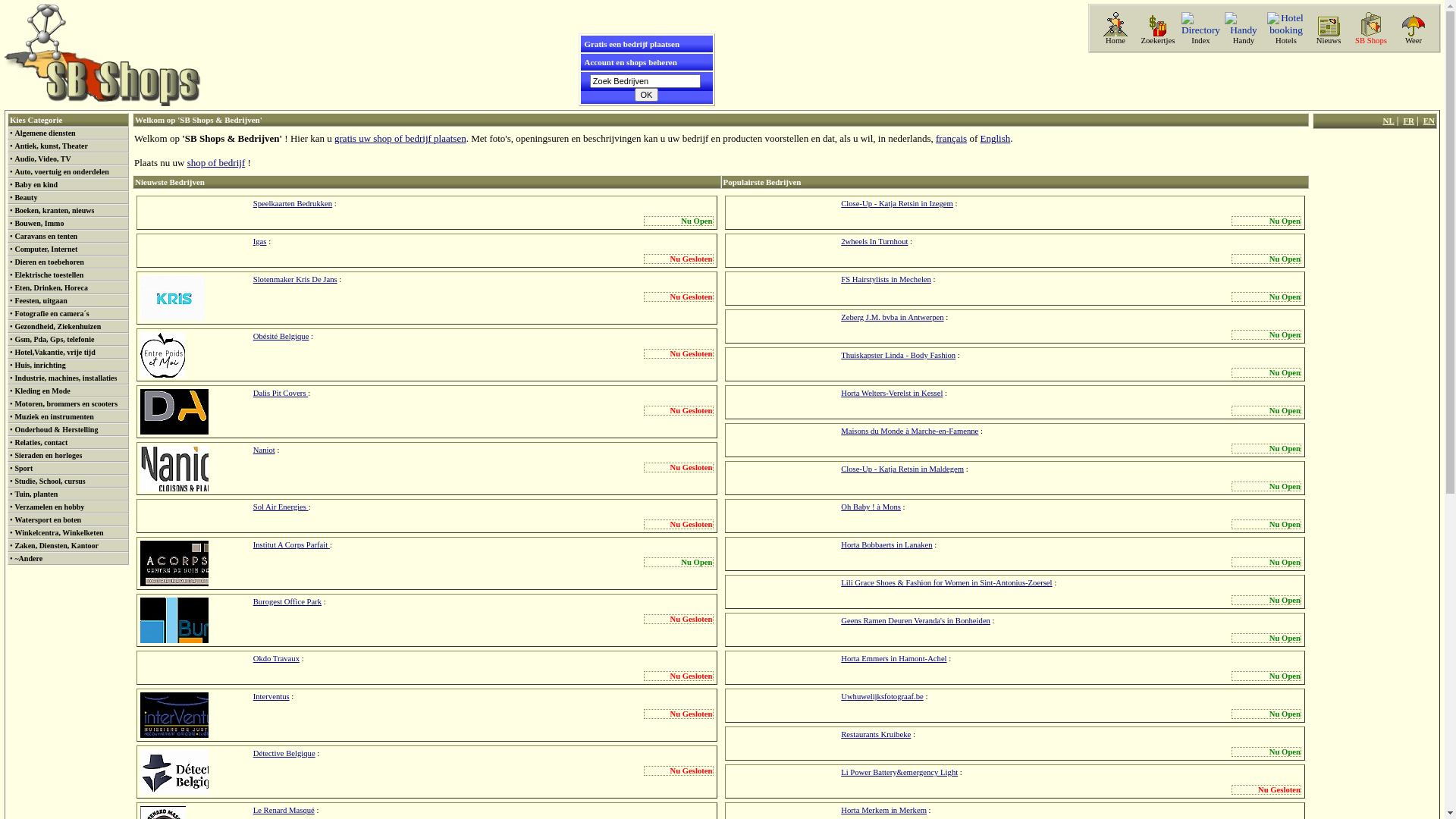  Describe the element at coordinates (292, 202) in the screenshot. I see `'Speelkaarten Bedrukken'` at that location.